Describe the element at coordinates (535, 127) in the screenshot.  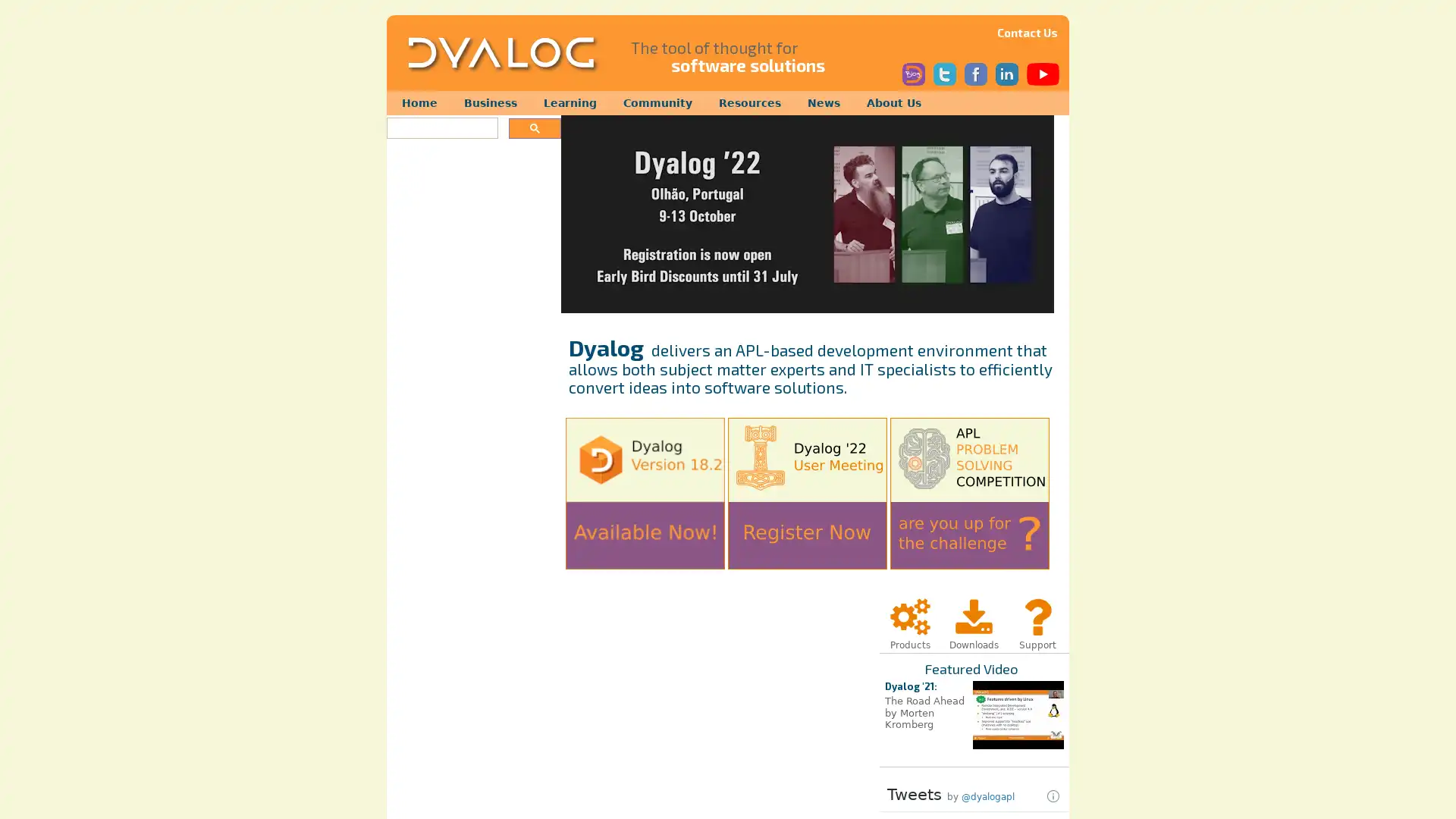
I see `search` at that location.